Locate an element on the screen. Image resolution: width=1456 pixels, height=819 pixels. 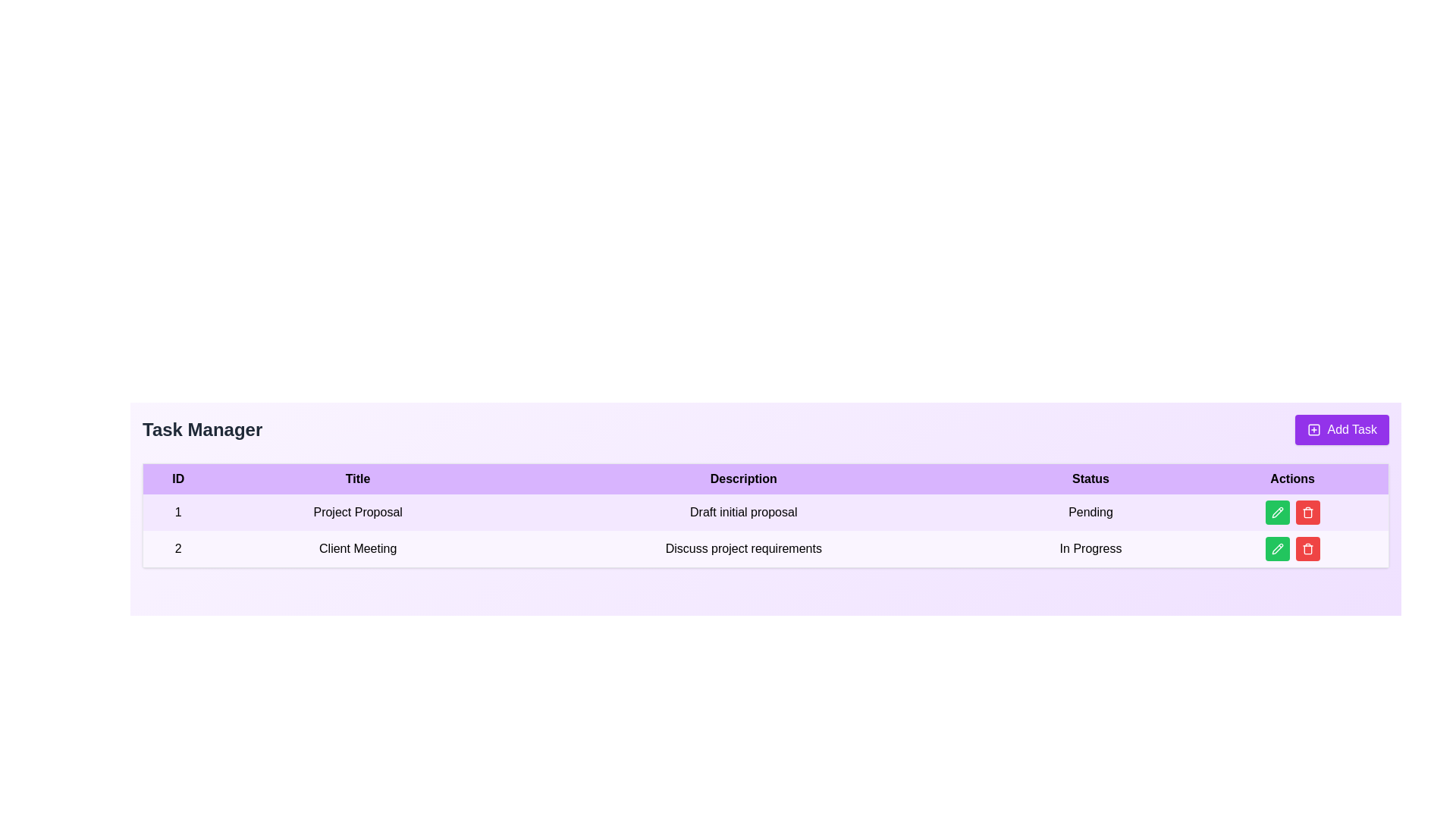
the 'Project Proposal' text label is located at coordinates (357, 512).